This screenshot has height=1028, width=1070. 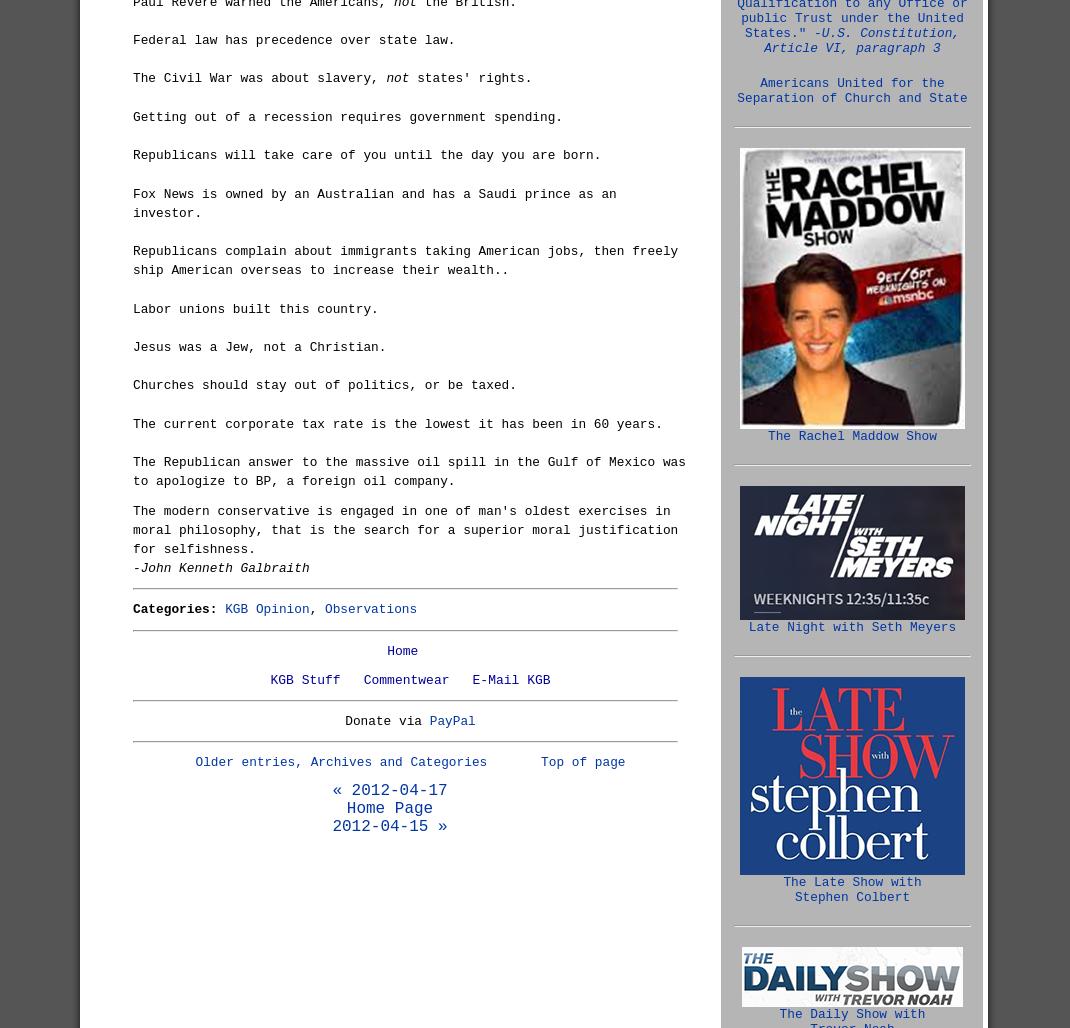 I want to click on 'Commentwear', so click(x=404, y=679).